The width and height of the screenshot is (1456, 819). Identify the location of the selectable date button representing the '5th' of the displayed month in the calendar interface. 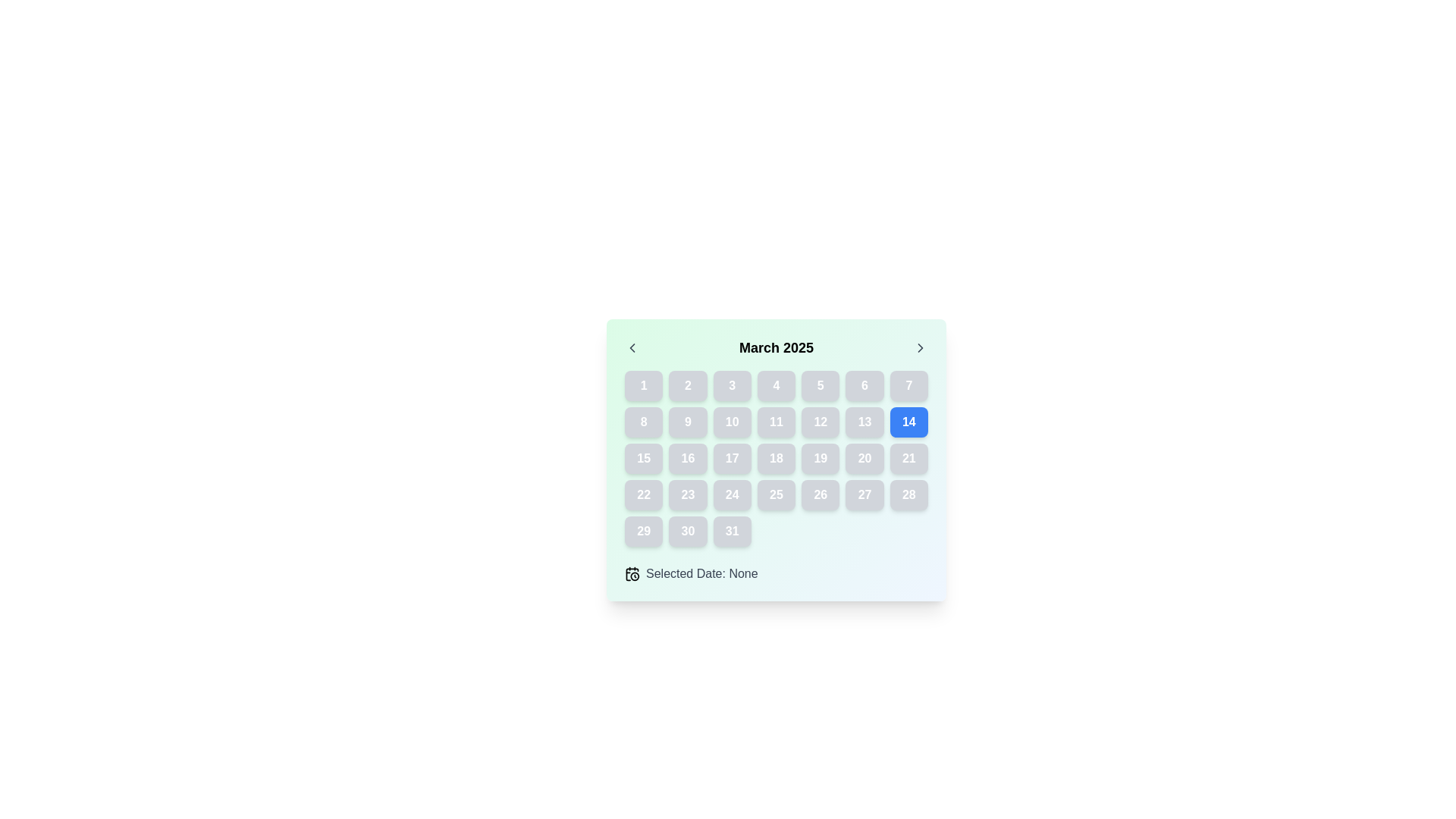
(820, 385).